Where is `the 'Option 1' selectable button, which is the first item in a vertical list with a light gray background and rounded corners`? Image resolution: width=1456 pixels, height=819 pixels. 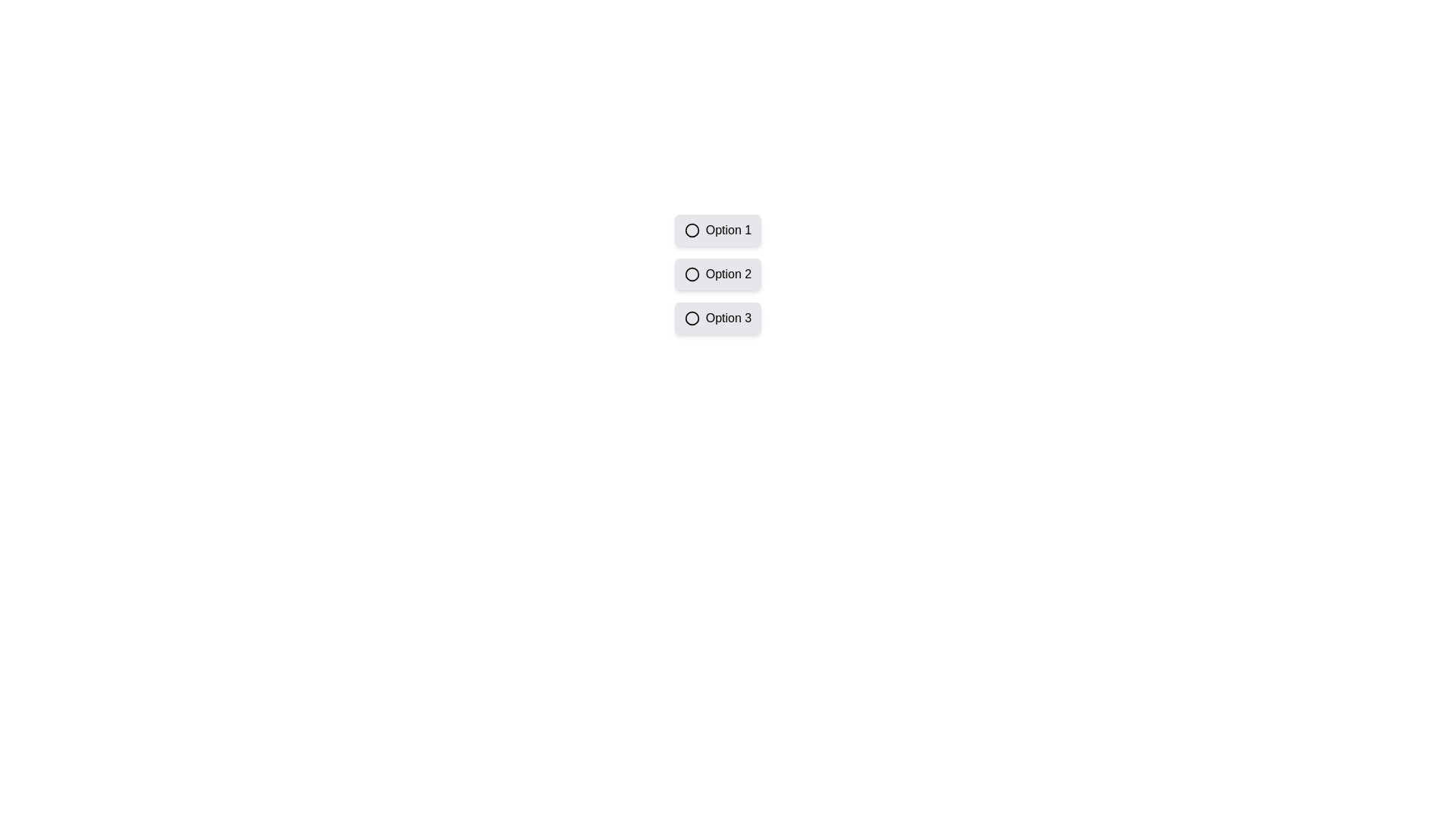 the 'Option 1' selectable button, which is the first item in a vertical list with a light gray background and rounded corners is located at coordinates (717, 231).